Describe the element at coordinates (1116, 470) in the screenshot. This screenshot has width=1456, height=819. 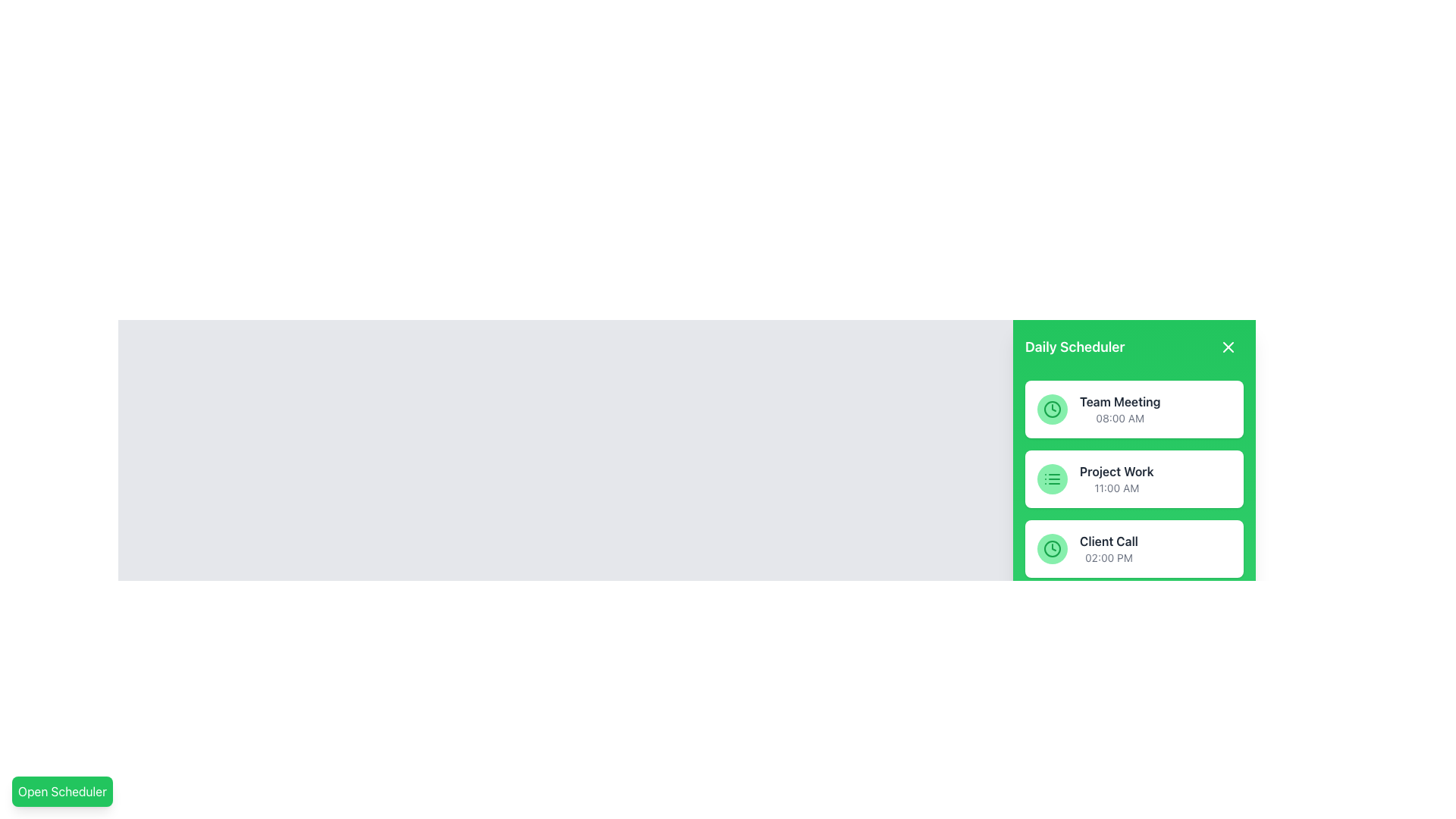
I see `the bold text label 'Project Work' located in the middle section of the green-titled panel labeled 'Daily Scheduler'` at that location.